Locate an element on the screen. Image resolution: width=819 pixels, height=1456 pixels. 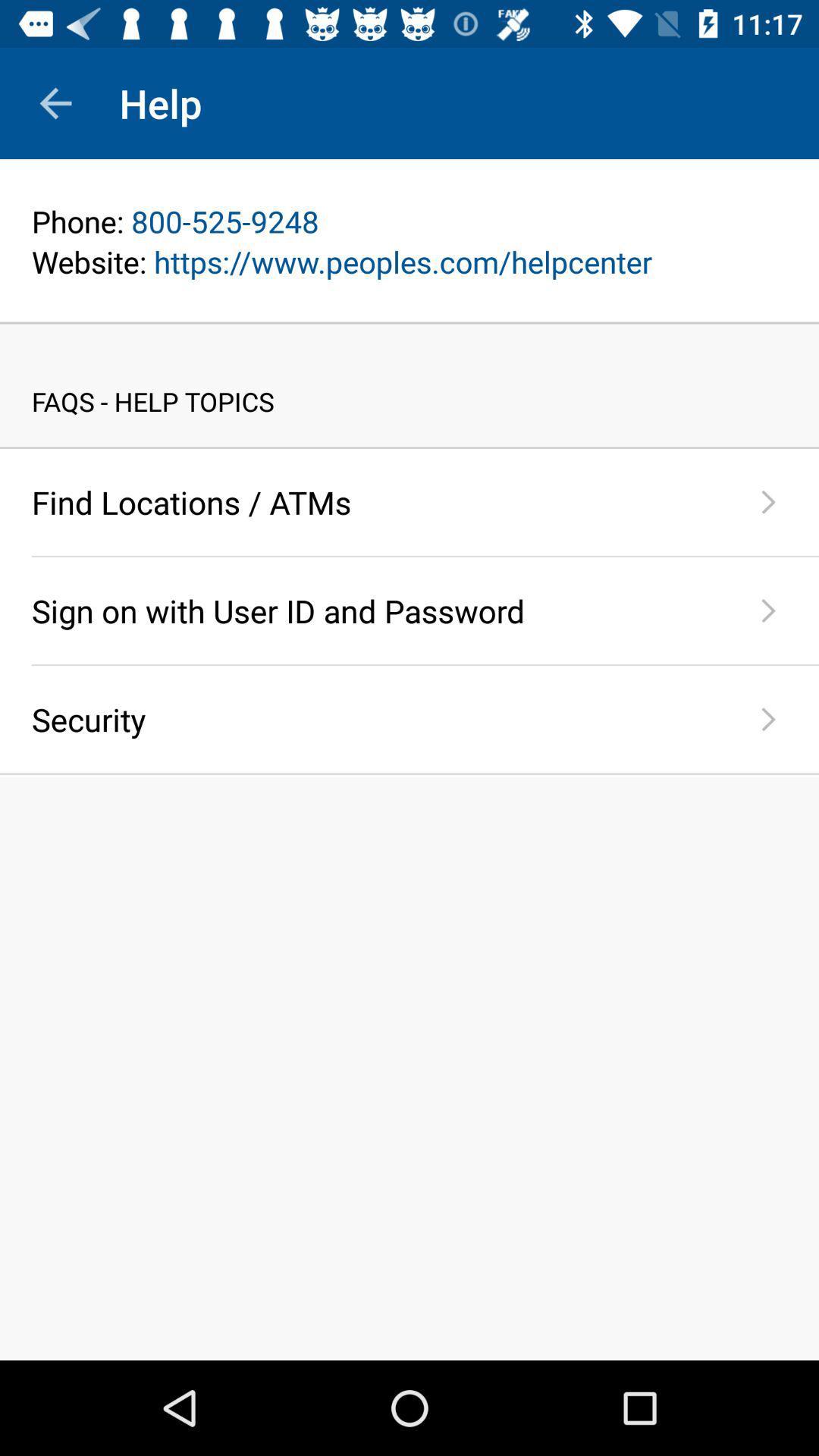
the find locations / atms app is located at coordinates (375, 502).